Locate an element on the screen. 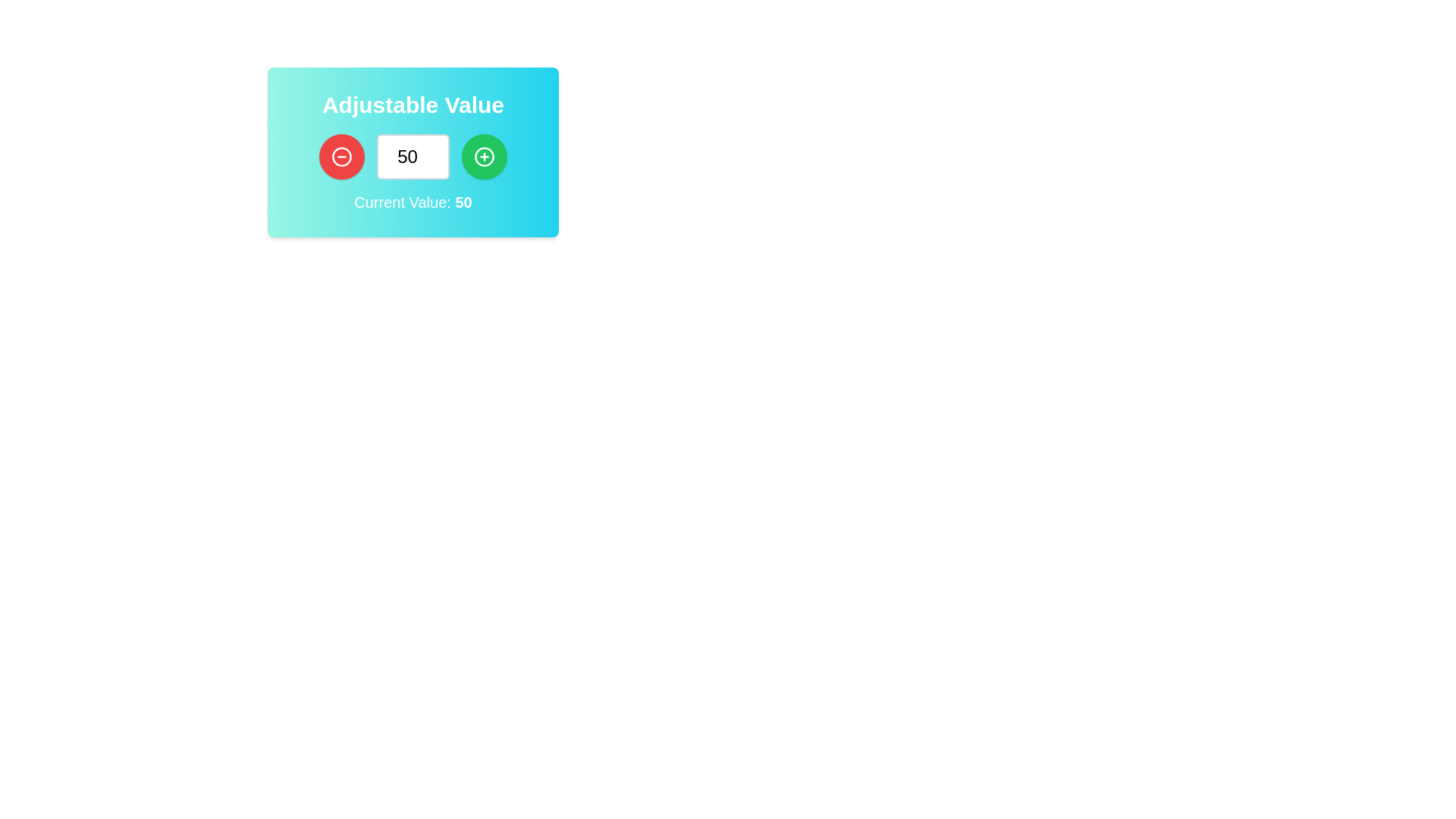 The width and height of the screenshot is (1456, 819). the green circular button with a plus sign located to the right of the numeric display and the red minus button in the 'Adjustable Value' card to increment the value is located at coordinates (483, 157).